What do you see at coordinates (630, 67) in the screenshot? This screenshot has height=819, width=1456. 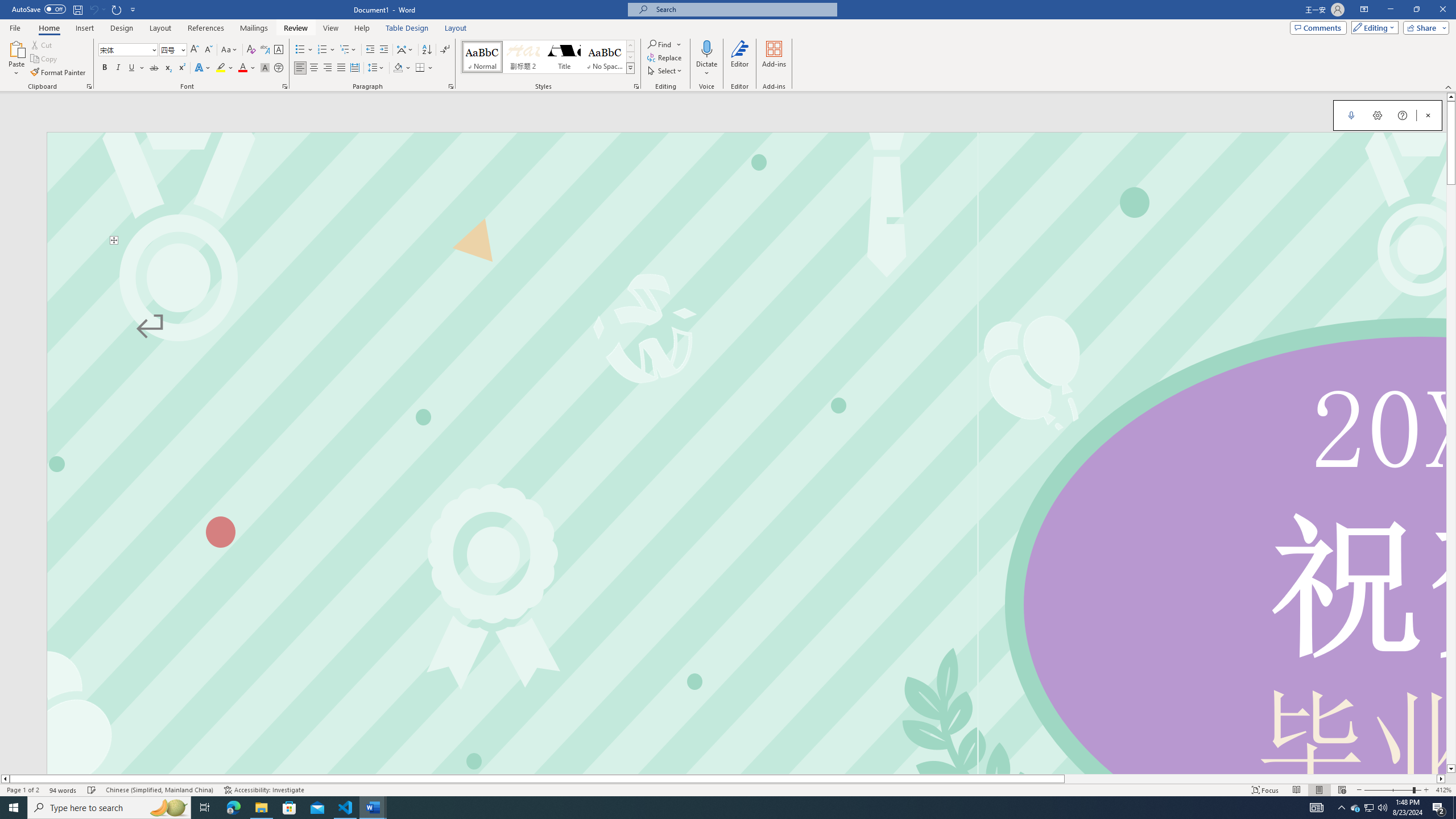 I see `'Styles'` at bounding box center [630, 67].